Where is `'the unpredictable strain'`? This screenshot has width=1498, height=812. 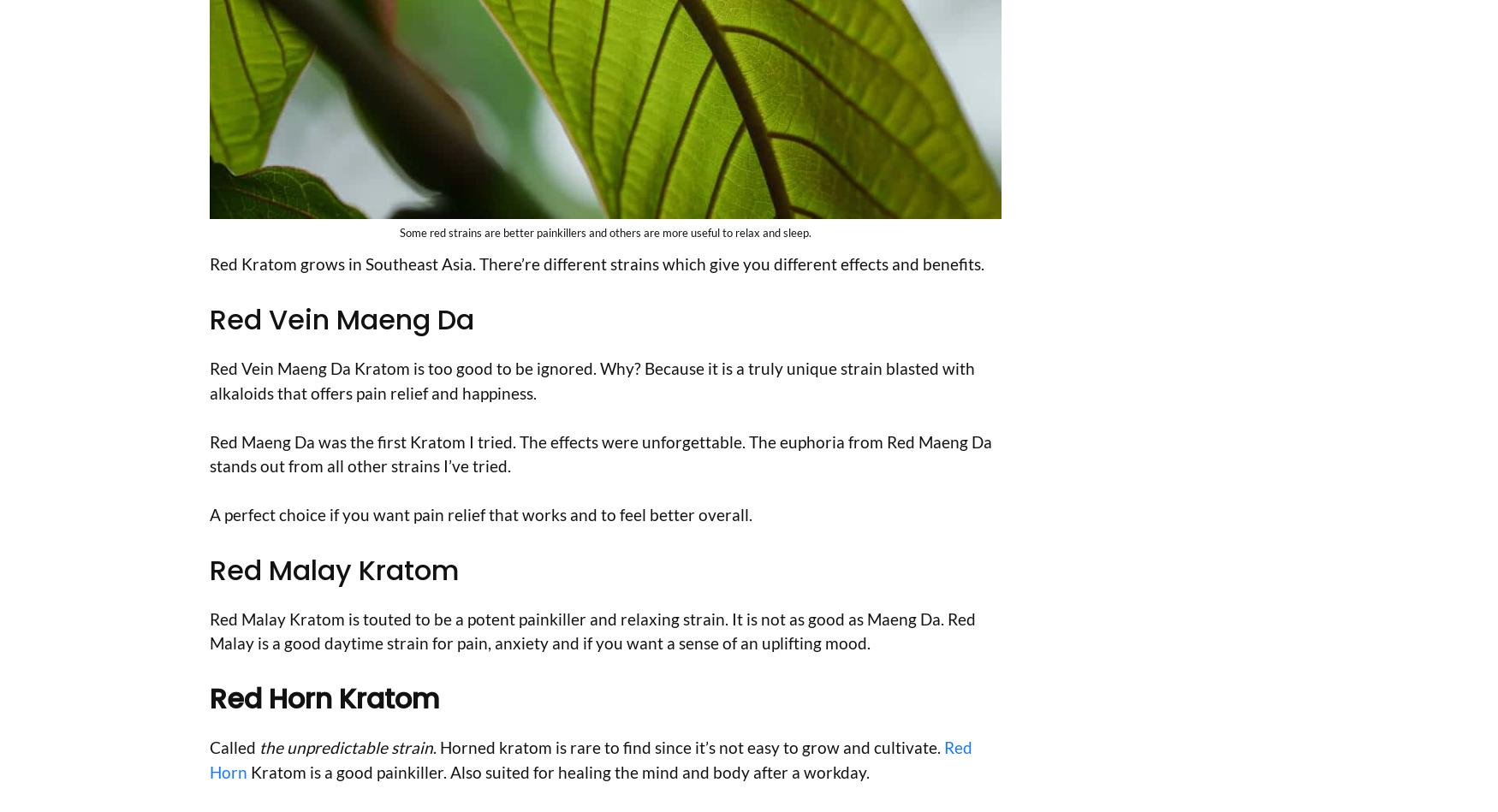 'the unpredictable strain' is located at coordinates (345, 746).